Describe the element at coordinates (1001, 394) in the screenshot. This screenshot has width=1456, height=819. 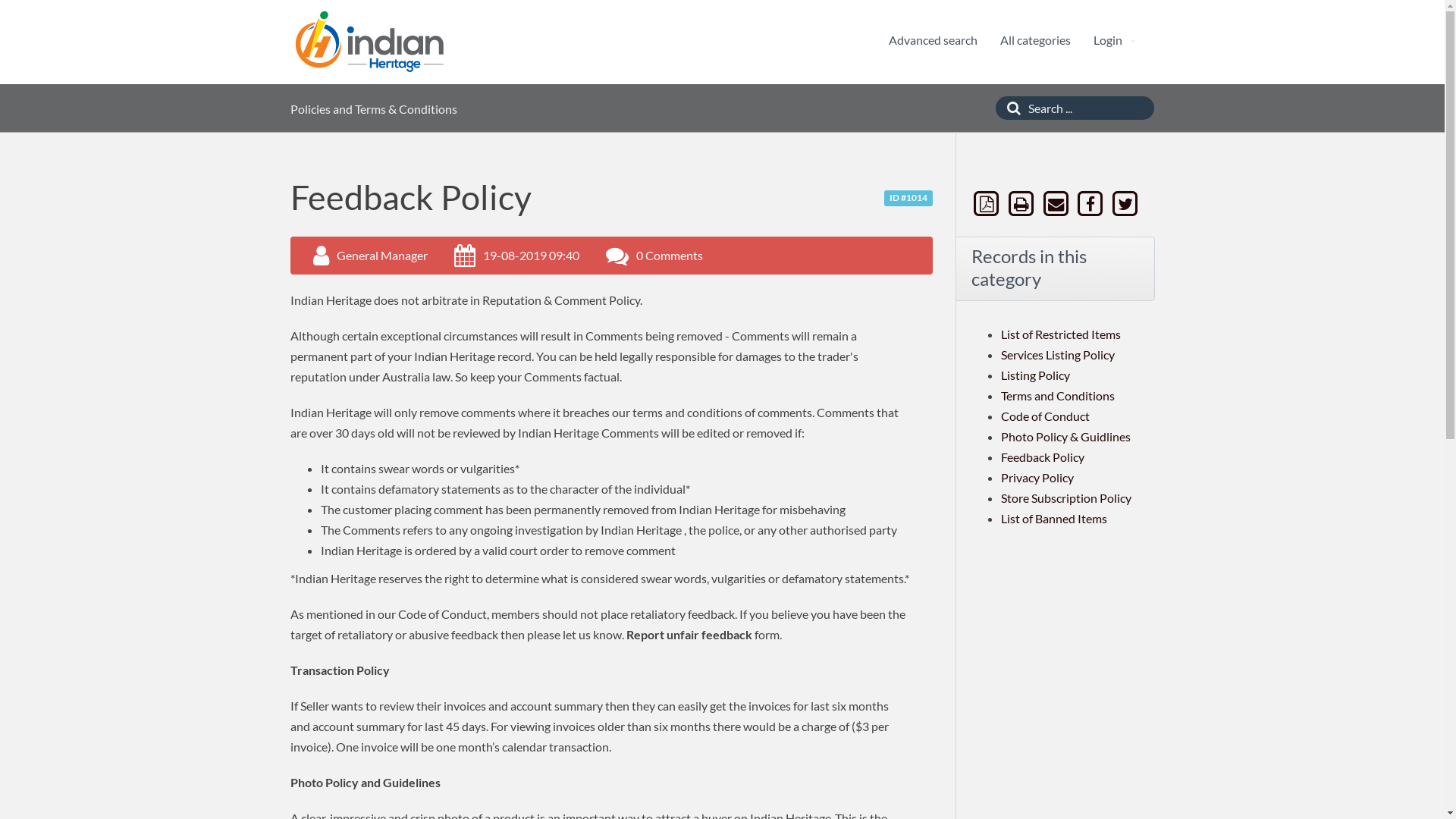
I see `'Terms and Conditions'` at that location.